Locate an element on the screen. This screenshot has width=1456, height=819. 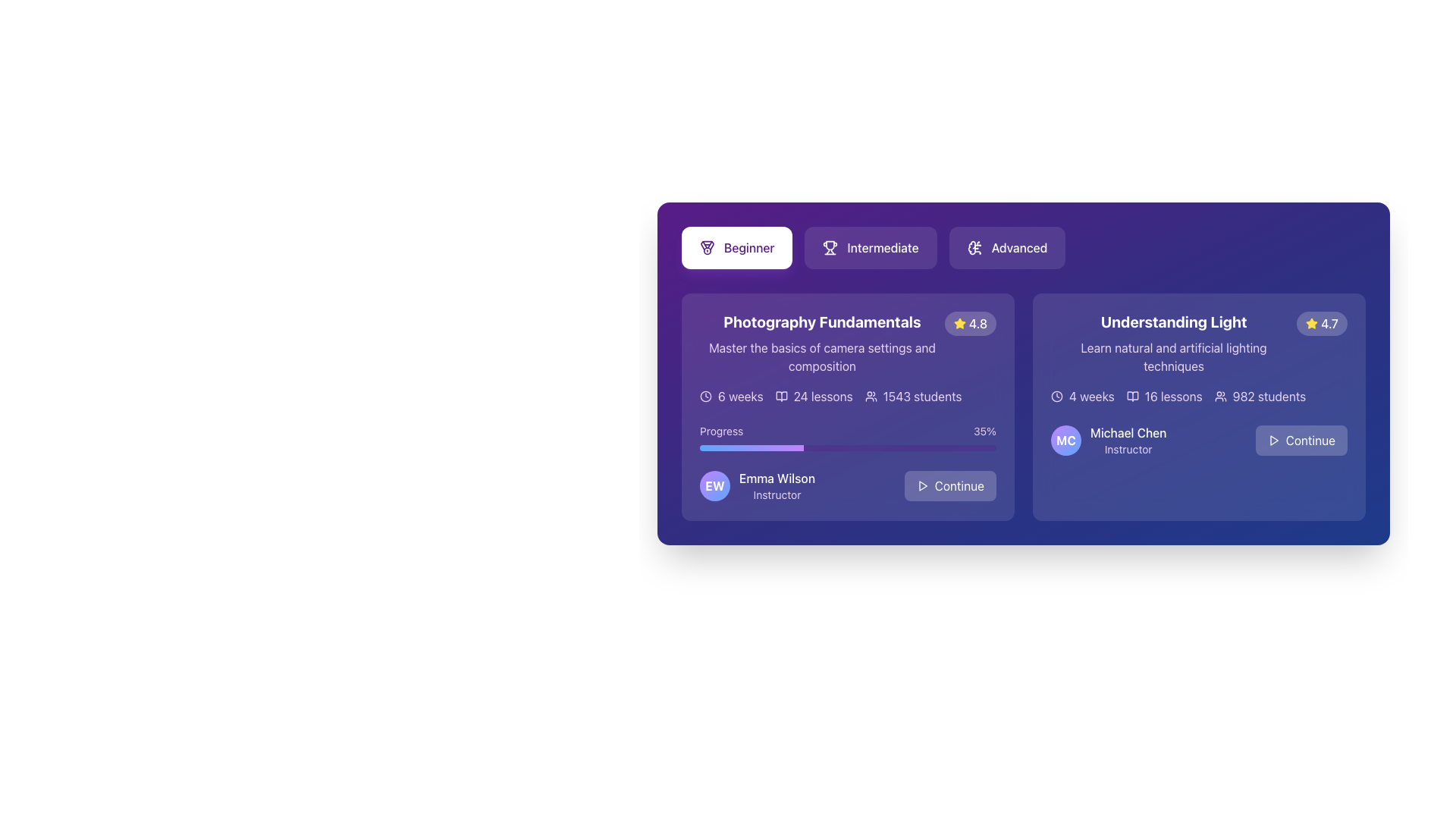
the static text label displaying '1543 students' in light purple, part of the 'Photography Fundamentals' course card, located on the left-hand side of the course section is located at coordinates (921, 396).